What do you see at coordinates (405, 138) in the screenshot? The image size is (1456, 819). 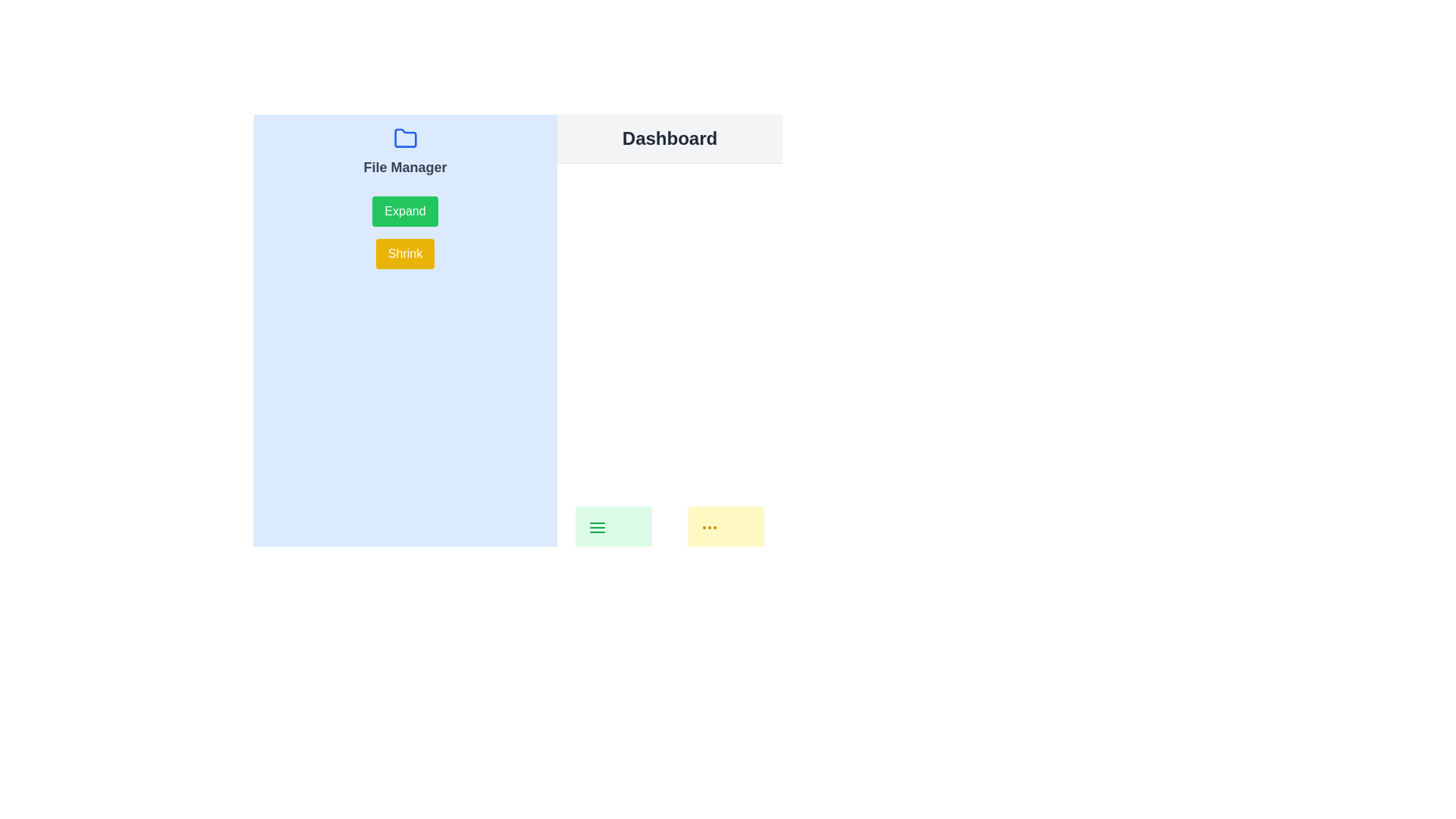 I see `the folder icon located above the 'File Manager' text label in the blue-shaded column on the left side of the layout` at bounding box center [405, 138].